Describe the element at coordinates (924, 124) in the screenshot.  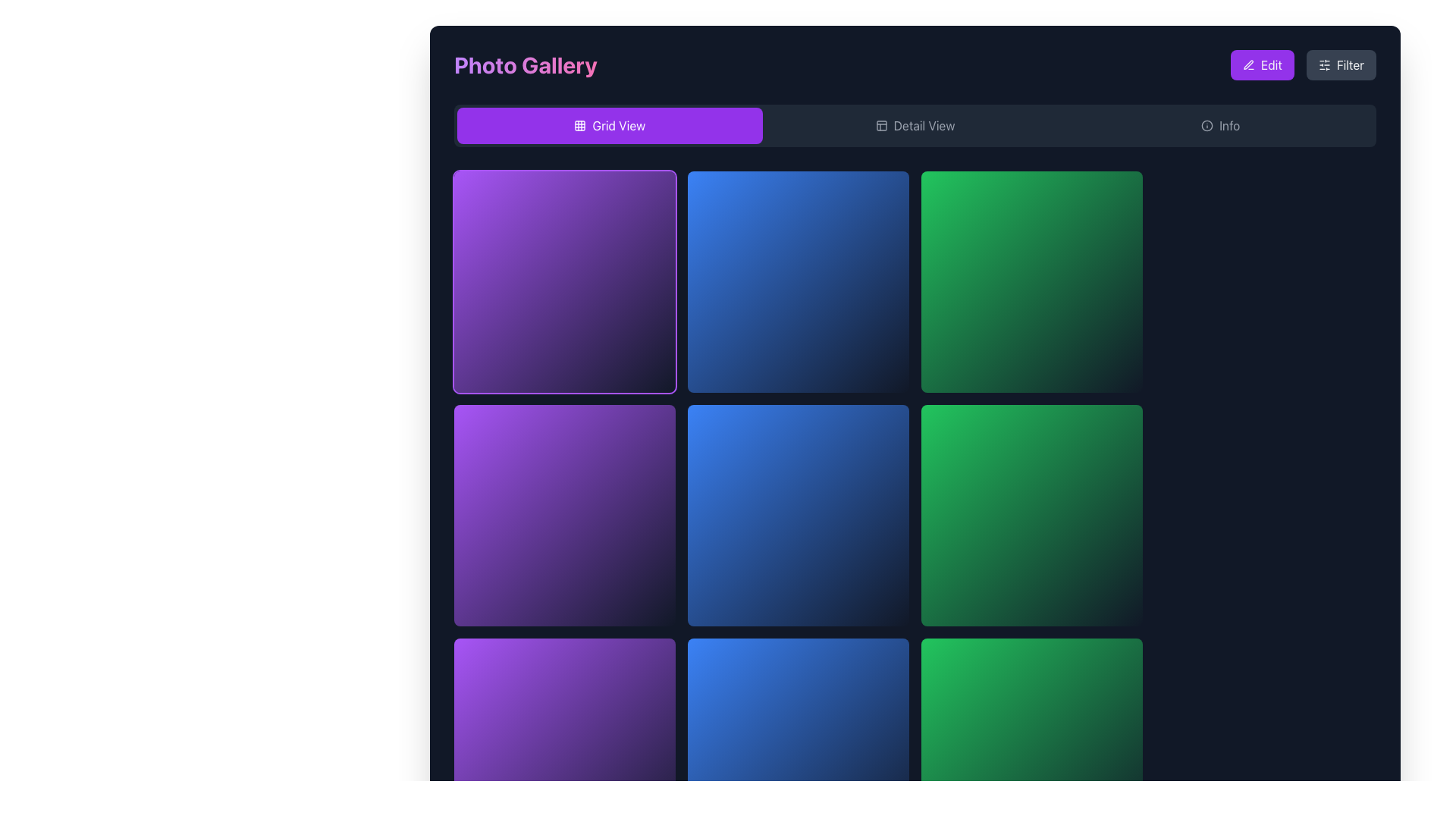
I see `the 'Detail View' tab, which is the second tab in the horizontal tab group, to switch the photo gallery interface to a detail-oriented layout` at that location.